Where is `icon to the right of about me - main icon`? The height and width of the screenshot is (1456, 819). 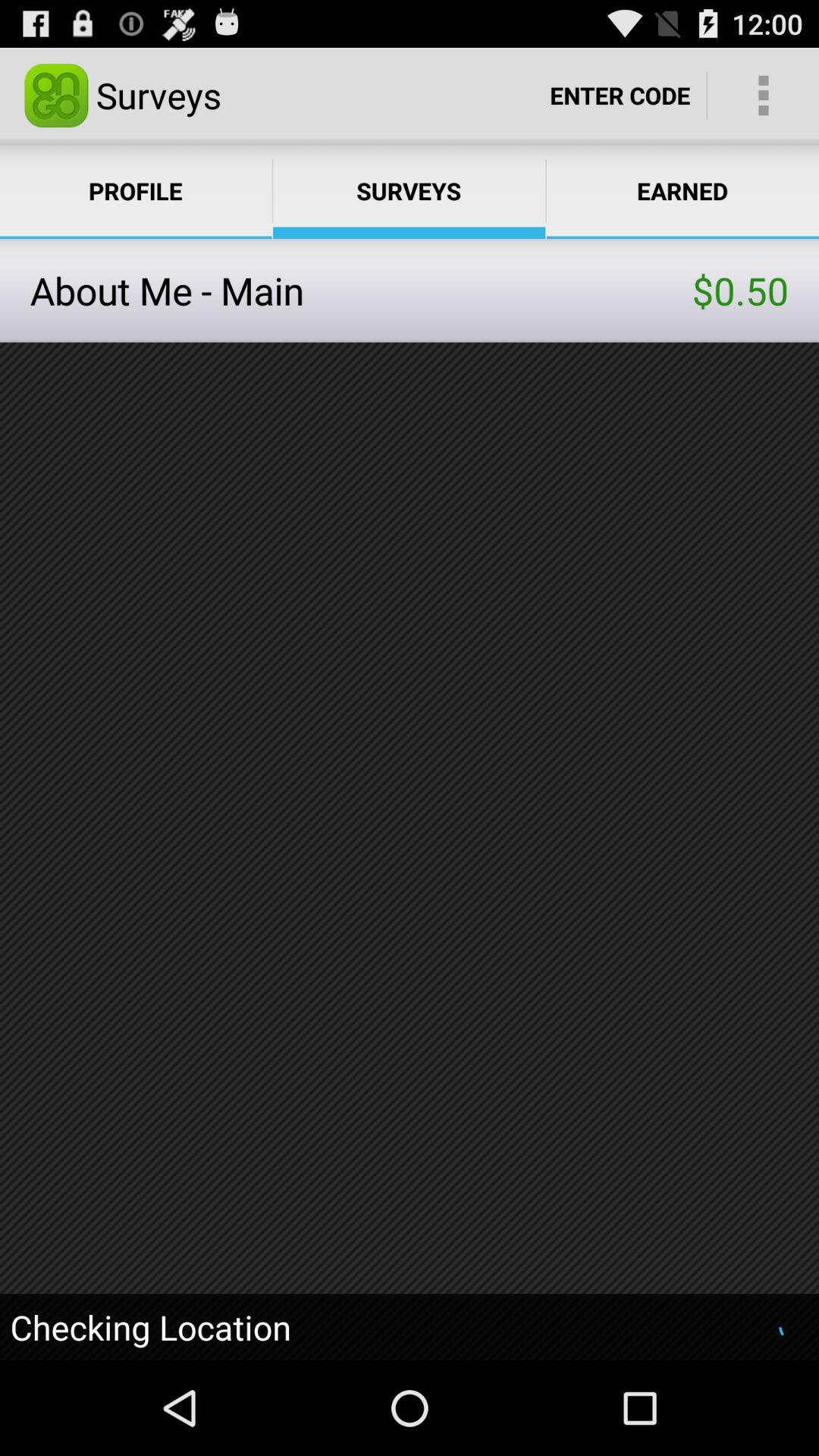
icon to the right of about me - main icon is located at coordinates (739, 290).